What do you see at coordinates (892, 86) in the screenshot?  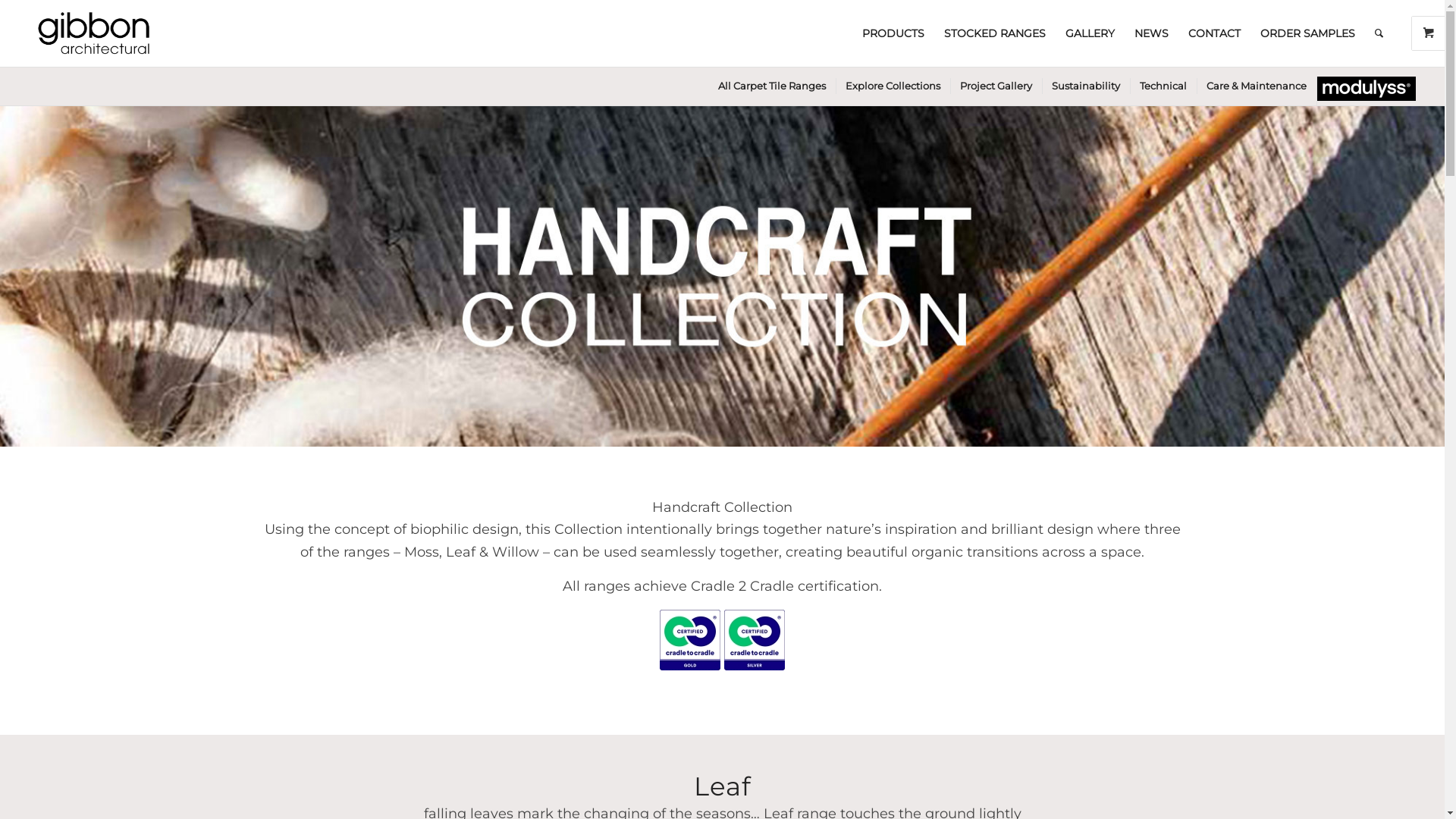 I see `'Explore Collections'` at bounding box center [892, 86].